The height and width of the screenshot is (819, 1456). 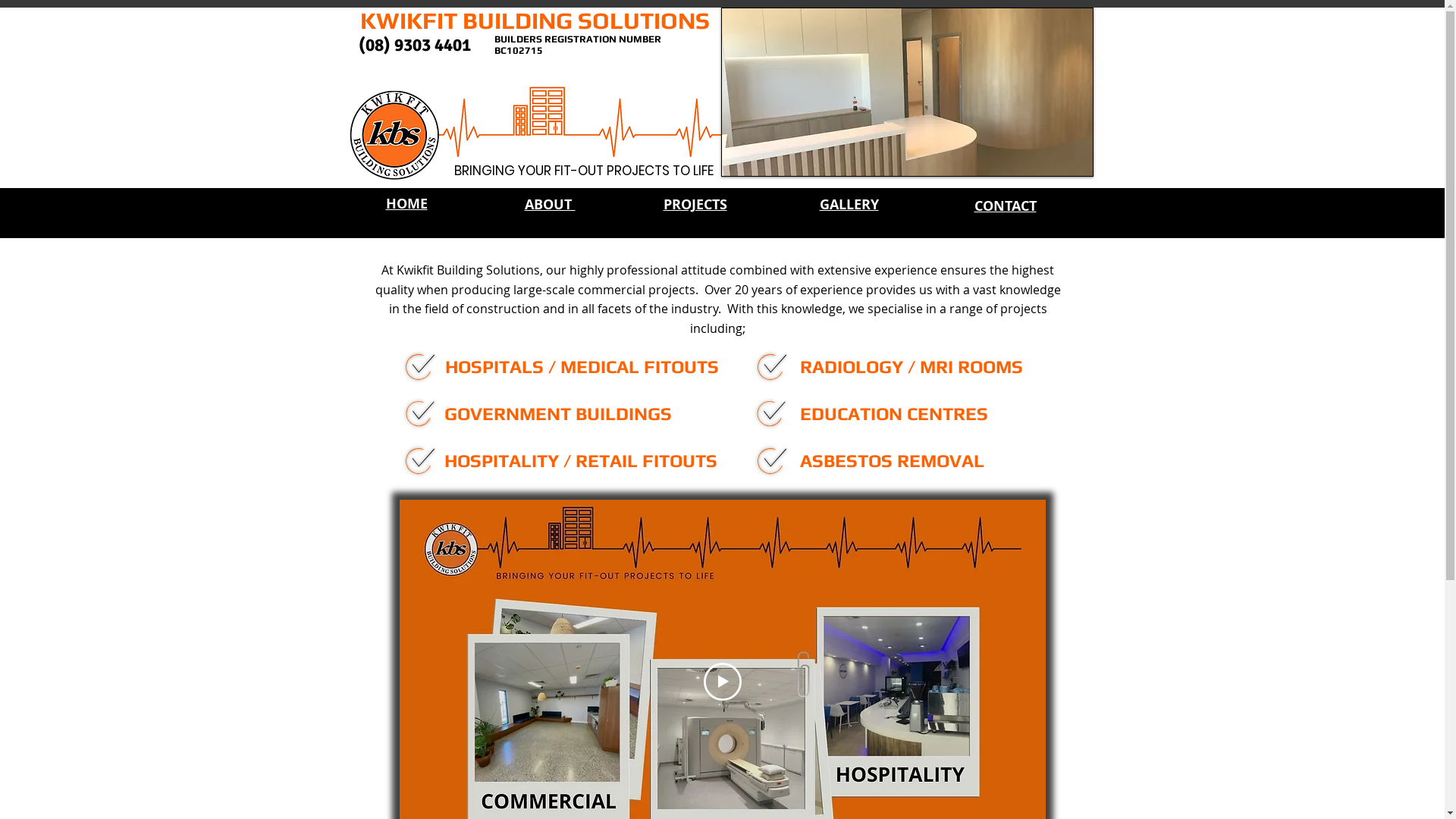 What do you see at coordinates (394, 133) in the screenshot?
I see `'kbs logo'` at bounding box center [394, 133].